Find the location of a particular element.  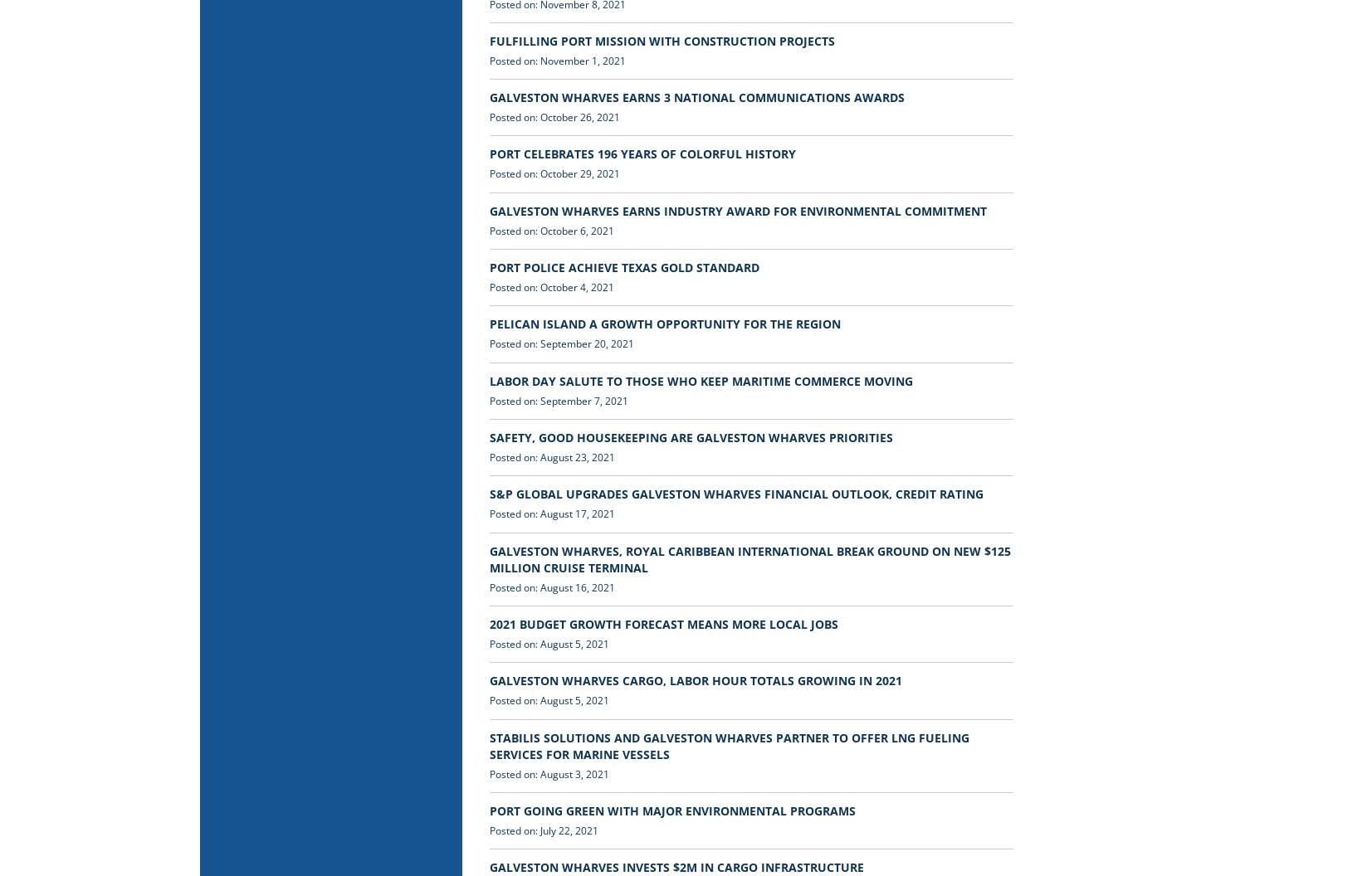

'Posted on: November 1, 2021' is located at coordinates (556, 59).